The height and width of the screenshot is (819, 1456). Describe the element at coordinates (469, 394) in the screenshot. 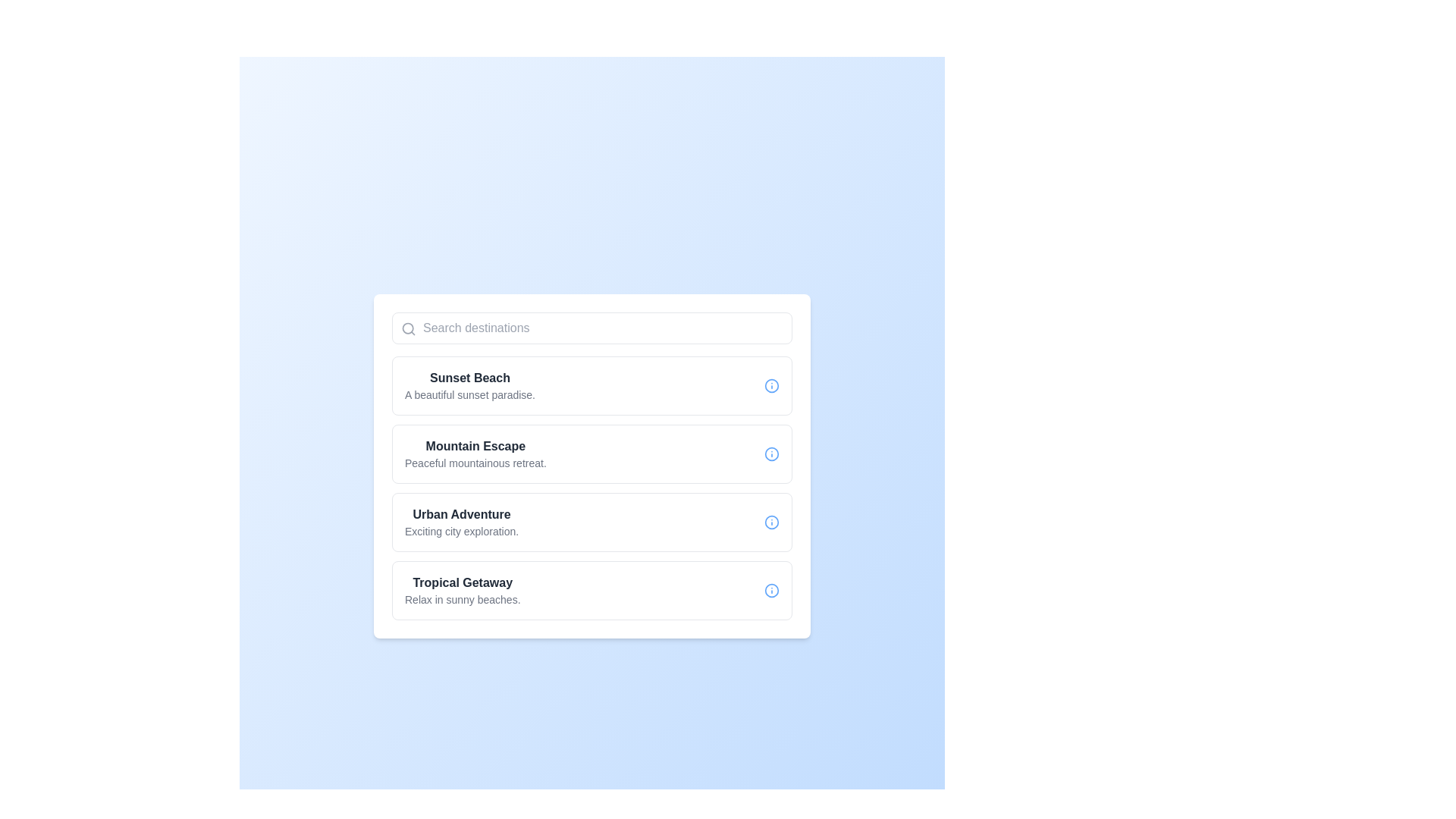

I see `the text element that reads 'A beautiful sunset paradise.' located below 'Sunset Beach' within a white card interface` at that location.